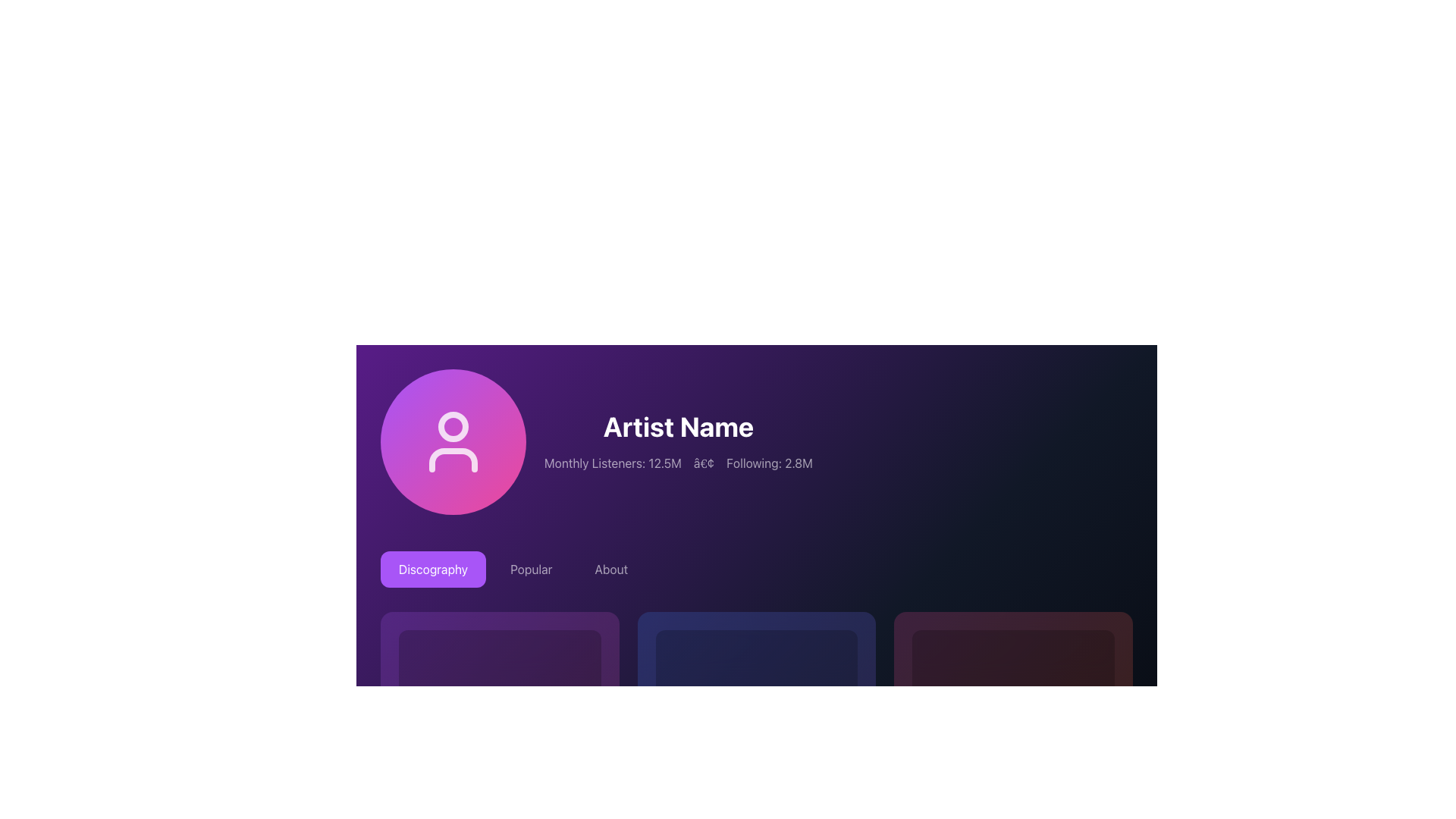 The width and height of the screenshot is (1456, 819). I want to click on the decorative circle located at the bottom right corner of the main display section, which signifies a loading process or serves as an interactive button, so click(1013, 730).